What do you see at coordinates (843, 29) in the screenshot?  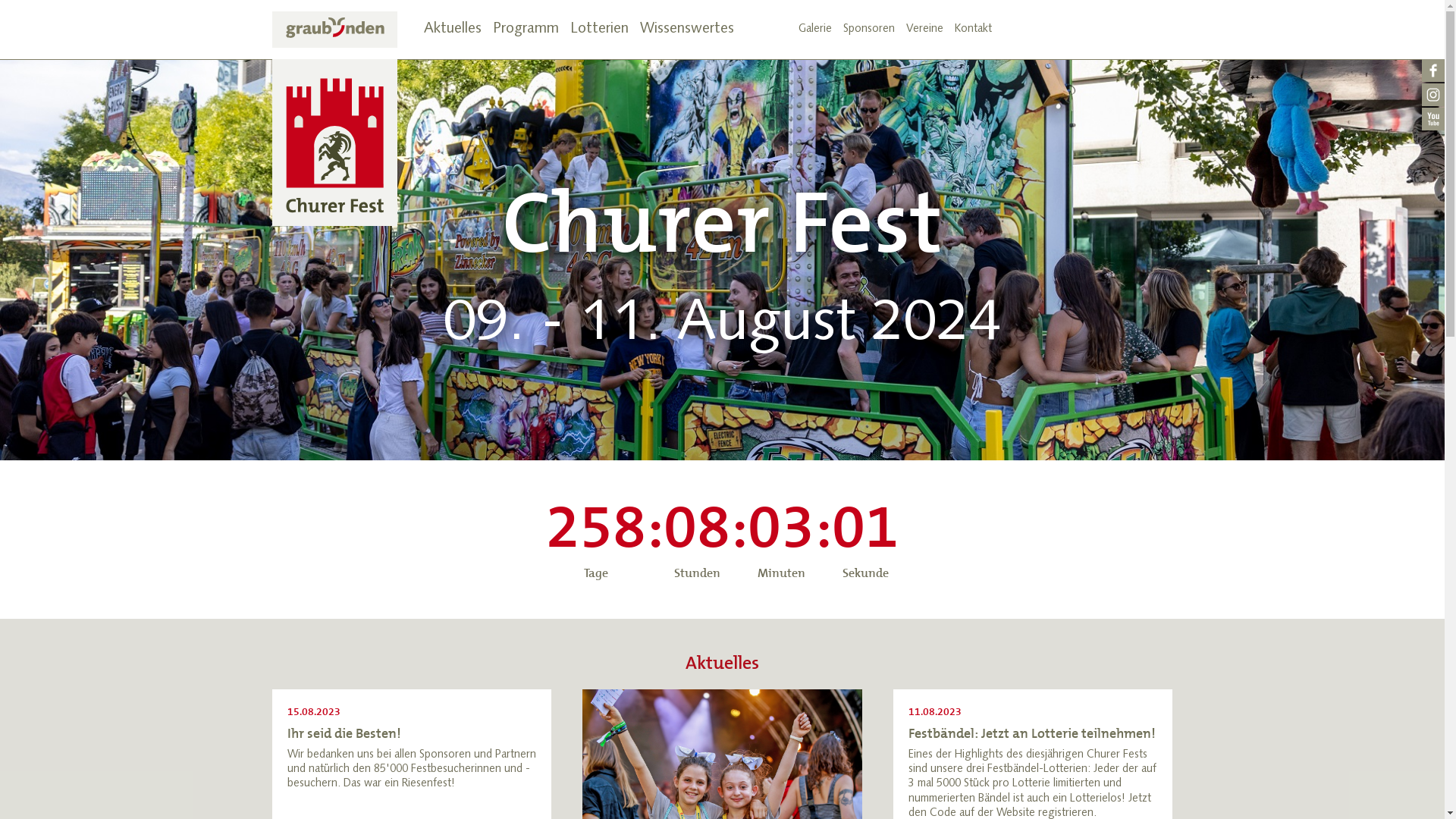 I see `'Sponsoren'` at bounding box center [843, 29].